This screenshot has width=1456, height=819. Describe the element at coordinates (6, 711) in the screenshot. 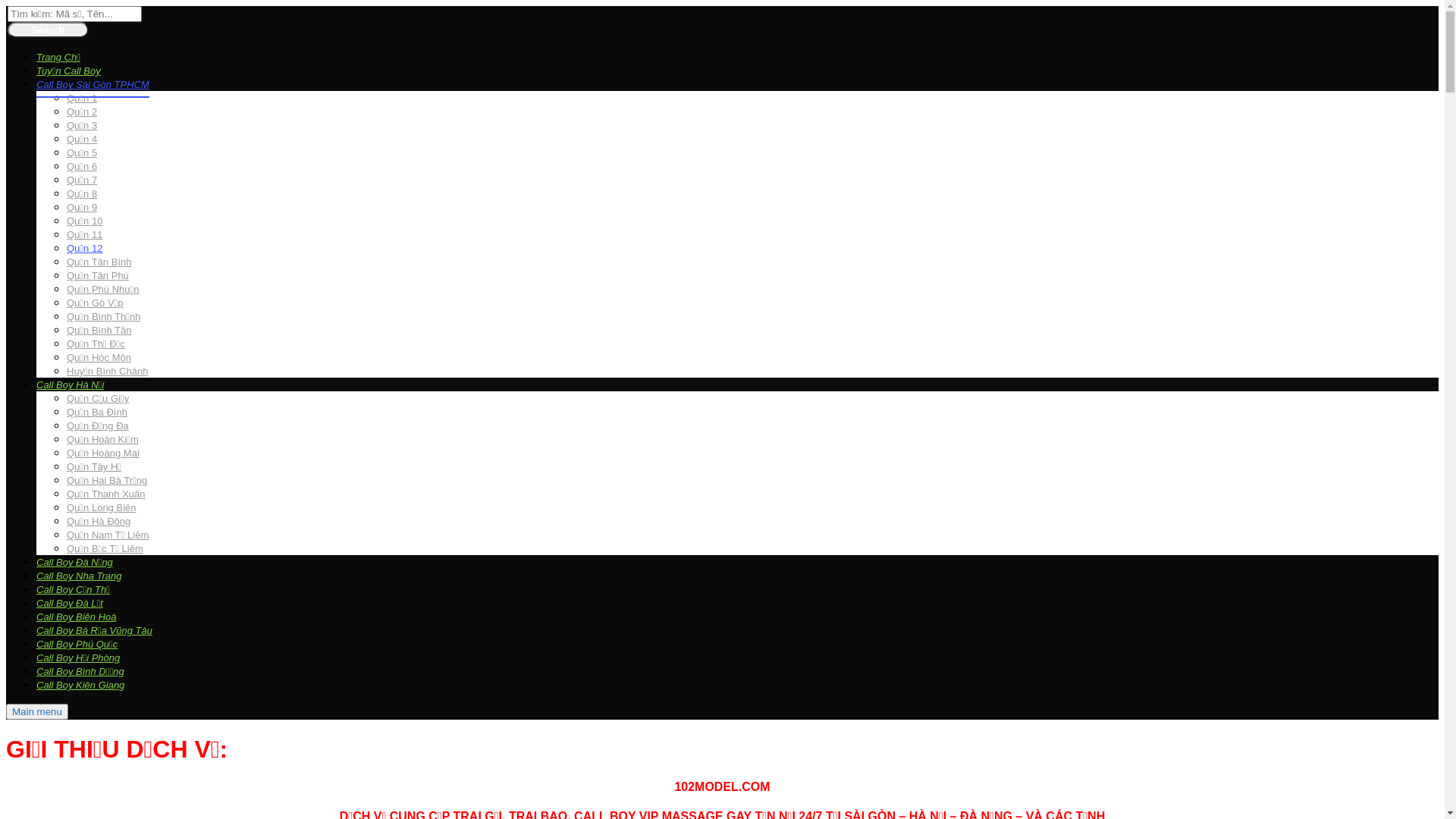

I see `'Main menu'` at that location.